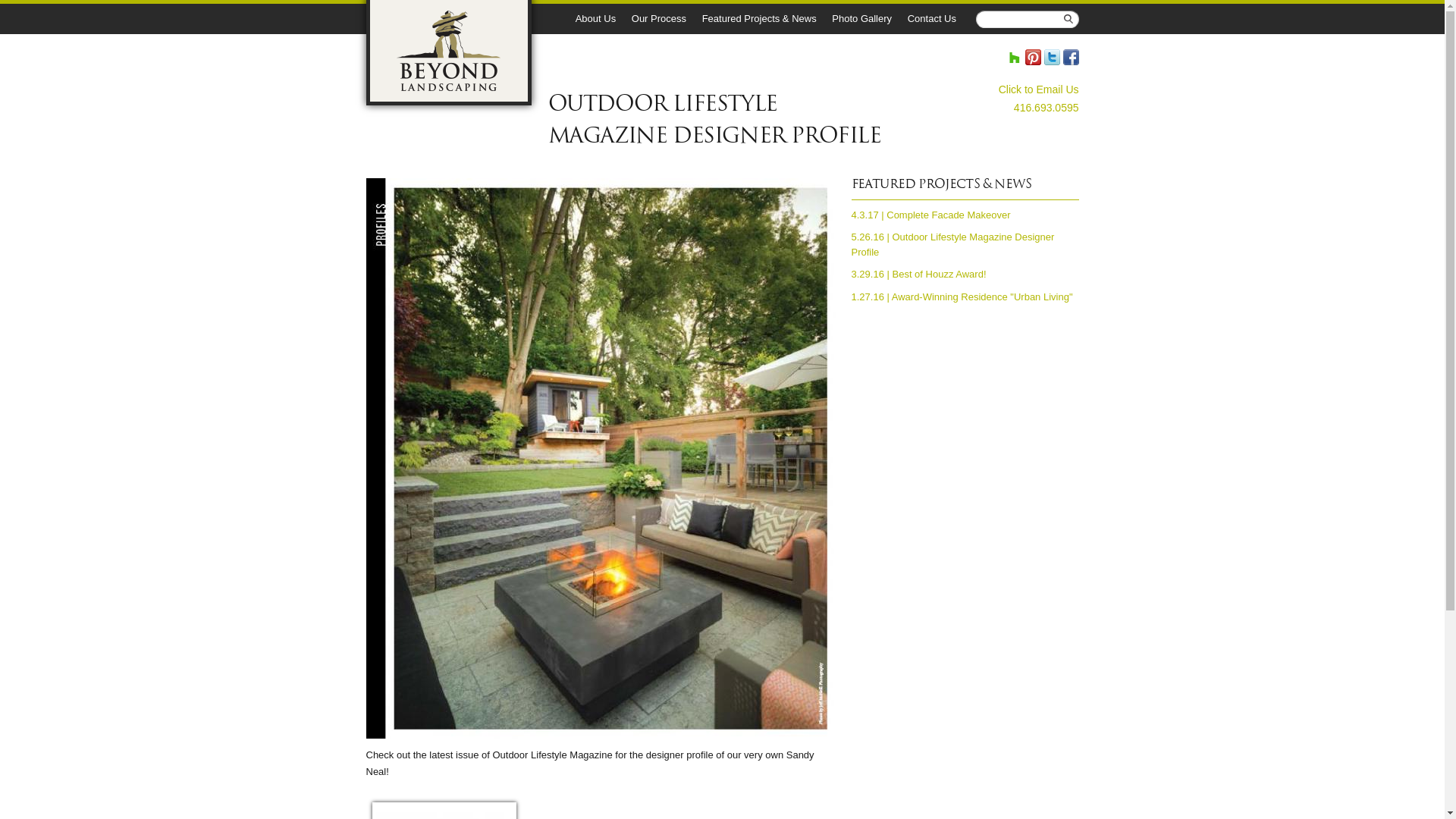 Image resolution: width=1456 pixels, height=819 pixels. Describe the element at coordinates (863, 14) in the screenshot. I see `'Photo Gallery'` at that location.